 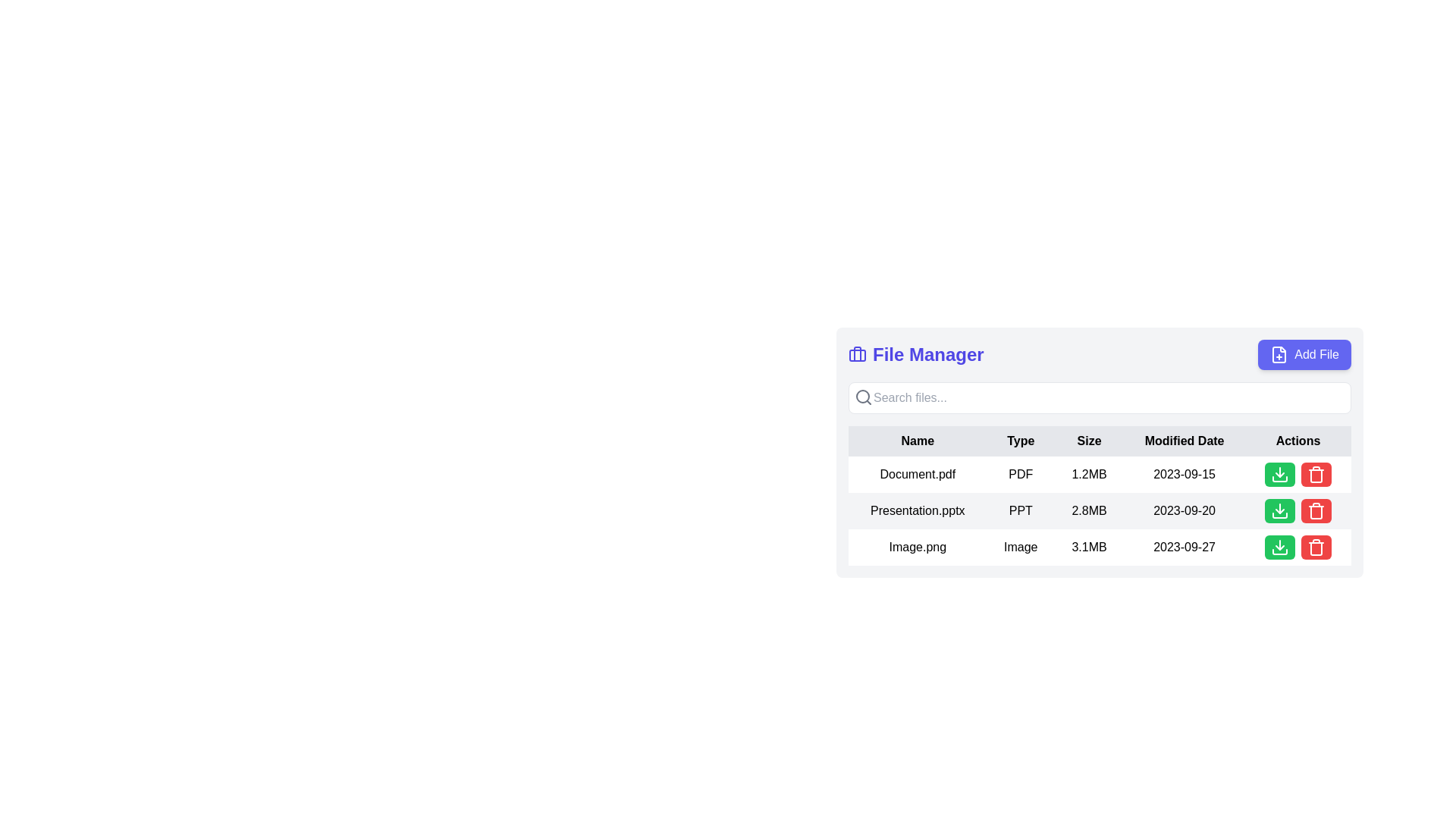 I want to click on the Table Header labeled 'Size' which is the third item in the horizontal list of the table header, styled with bold black text on a light gray background, so click(x=1088, y=441).